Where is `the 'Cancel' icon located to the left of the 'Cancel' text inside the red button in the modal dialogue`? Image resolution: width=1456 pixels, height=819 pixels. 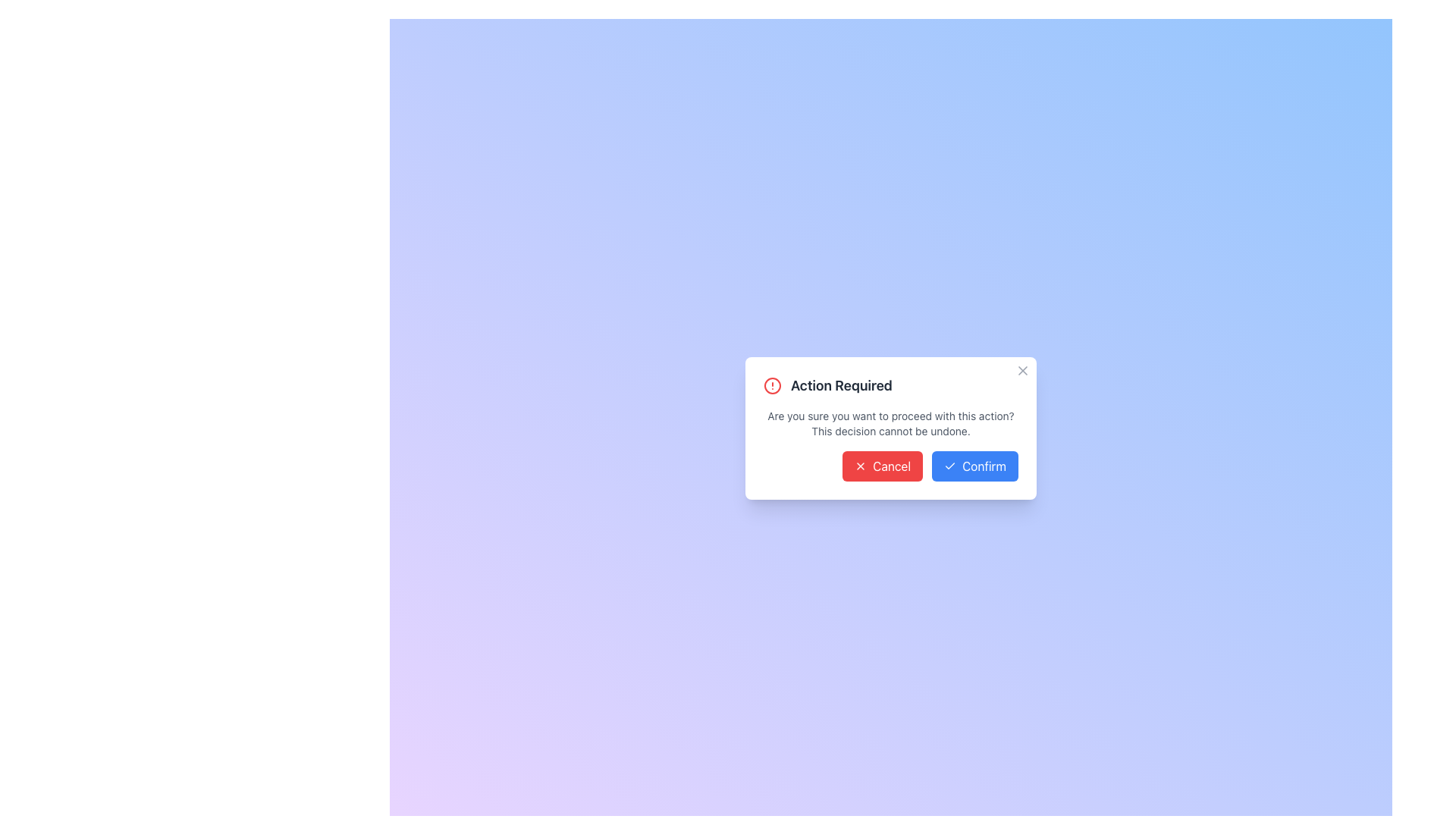 the 'Cancel' icon located to the left of the 'Cancel' text inside the red button in the modal dialogue is located at coordinates (861, 465).